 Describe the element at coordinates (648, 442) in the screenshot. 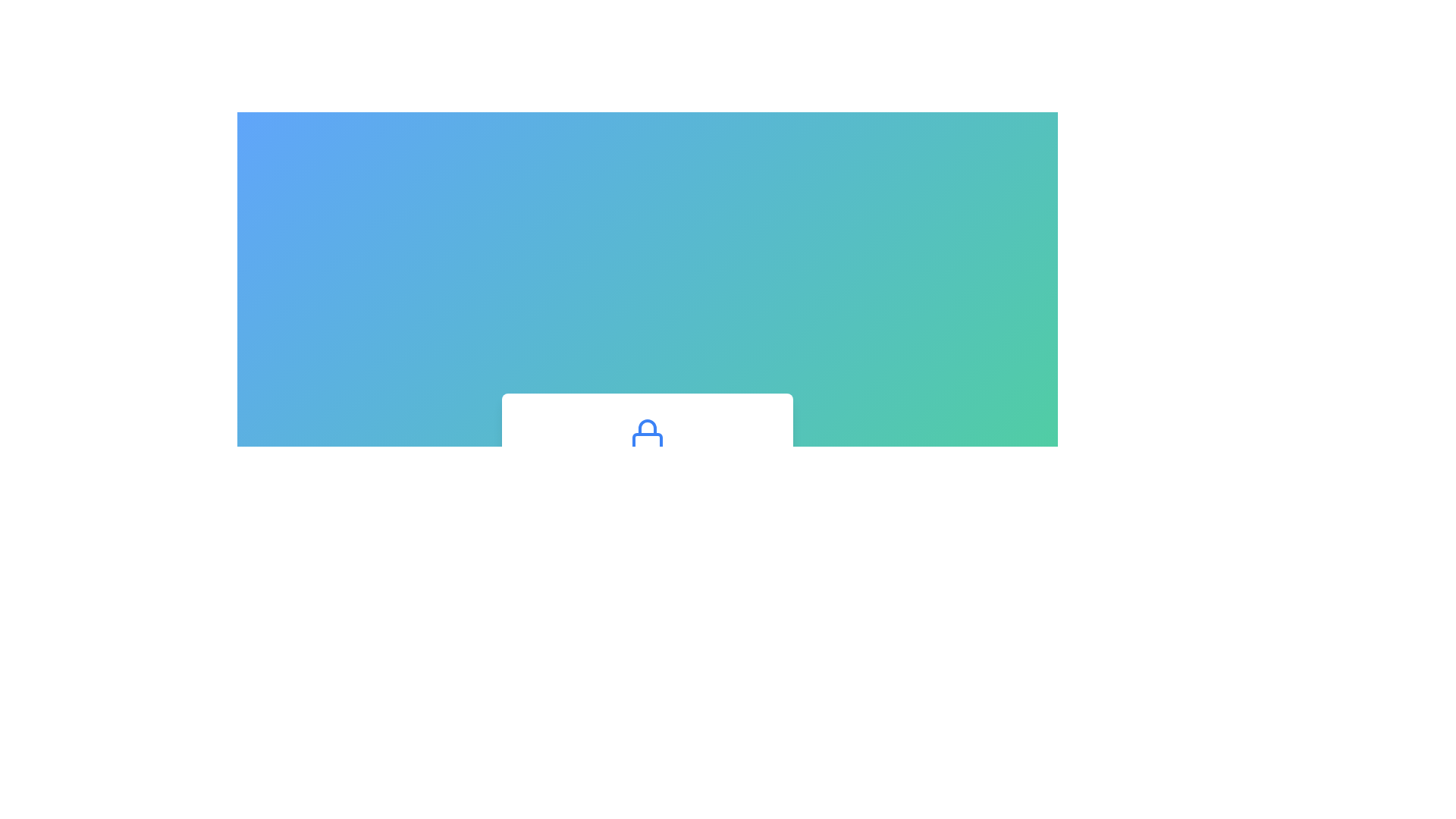

I see `the decorative graphical element that represents the body of the lock within the lock icon graphic, located at the bottom center of the lock icon, directly below the circular arch` at that location.